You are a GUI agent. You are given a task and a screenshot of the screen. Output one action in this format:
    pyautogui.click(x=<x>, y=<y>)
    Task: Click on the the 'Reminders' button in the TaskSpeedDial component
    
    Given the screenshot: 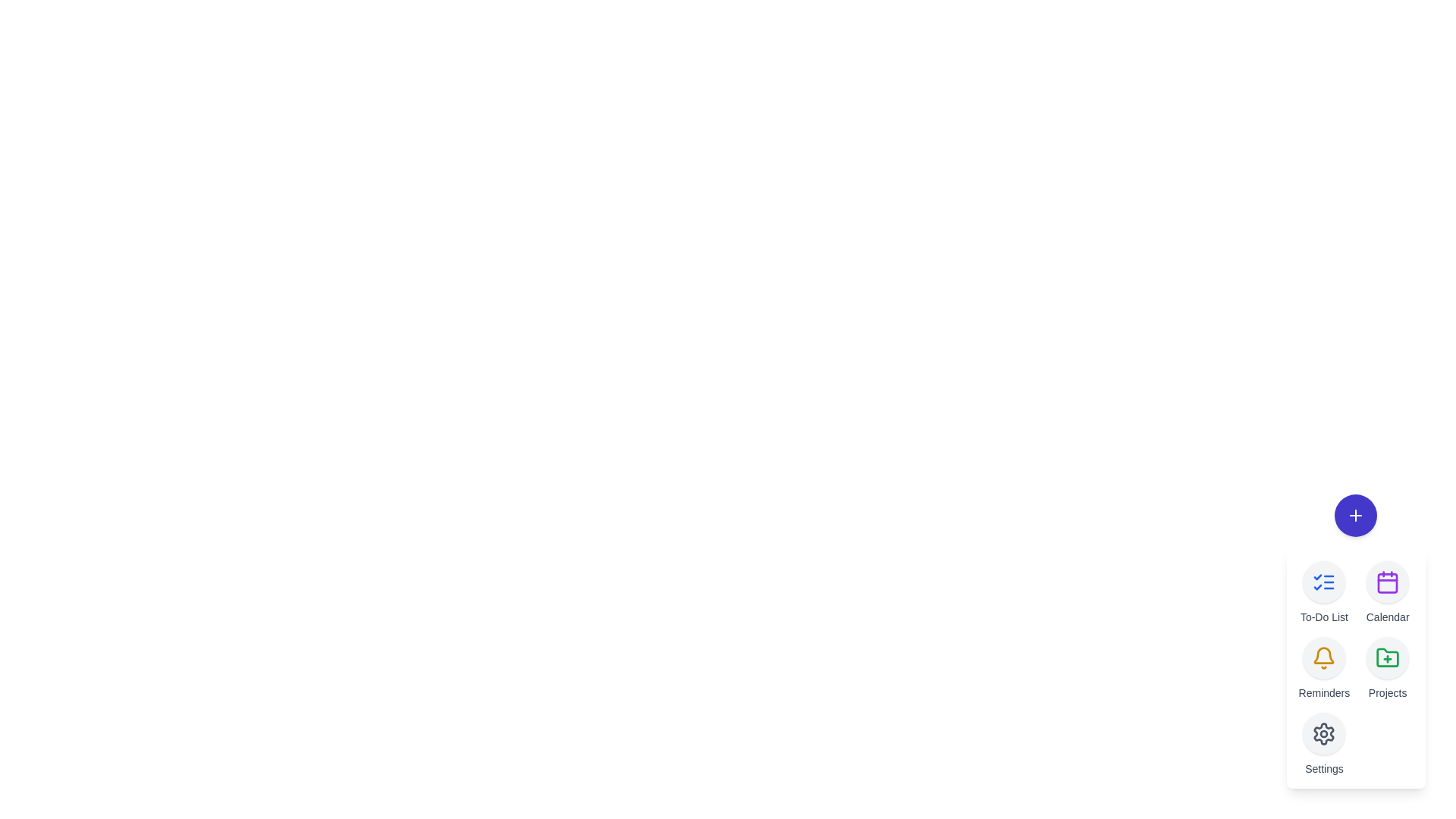 What is the action you would take?
    pyautogui.click(x=1323, y=657)
    